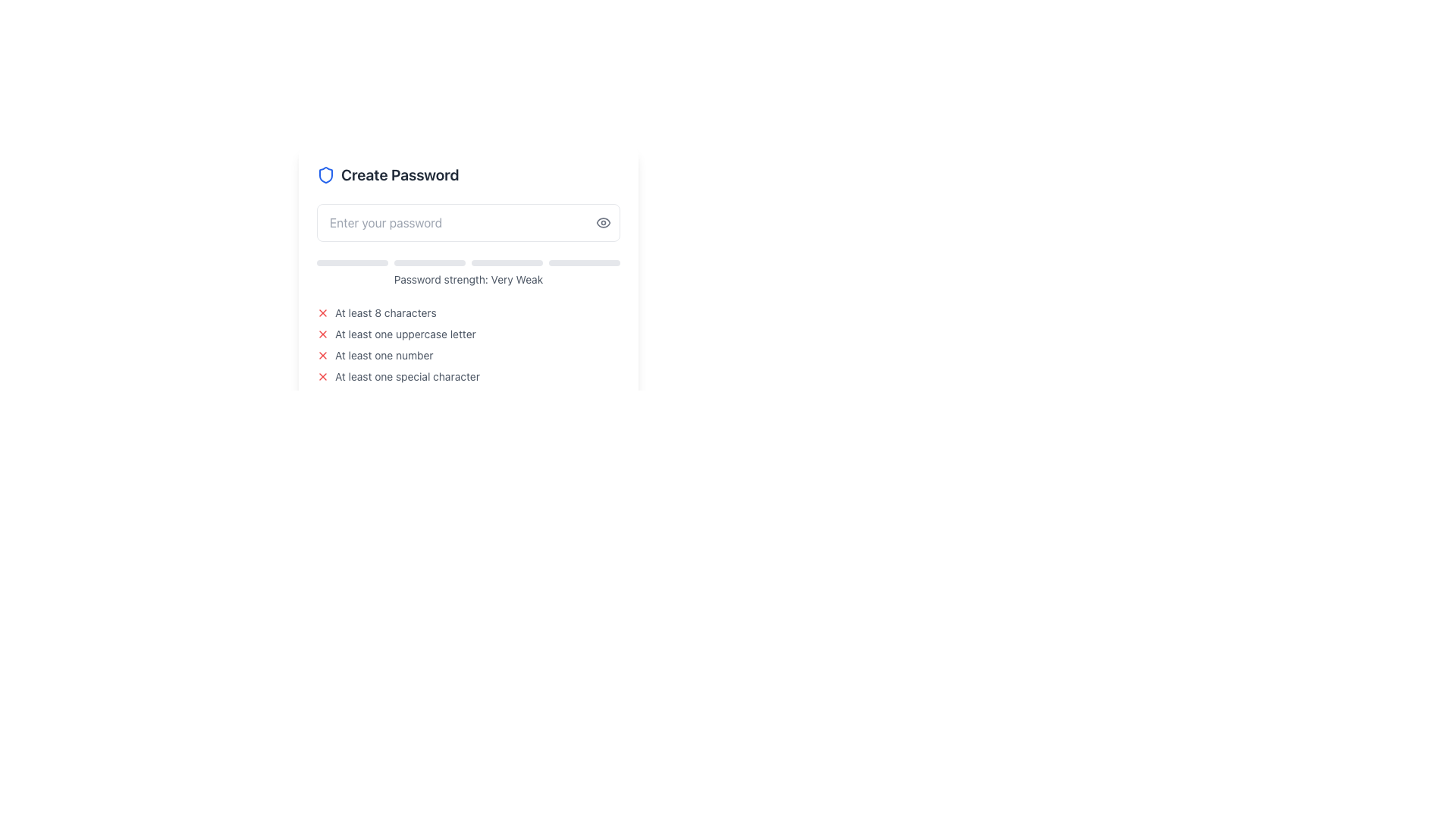 This screenshot has height=819, width=1456. Describe the element at coordinates (385, 312) in the screenshot. I see `the Instructional Text displaying 'At least 8 characters', which is positioned in the first slot of the password requirements list` at that location.